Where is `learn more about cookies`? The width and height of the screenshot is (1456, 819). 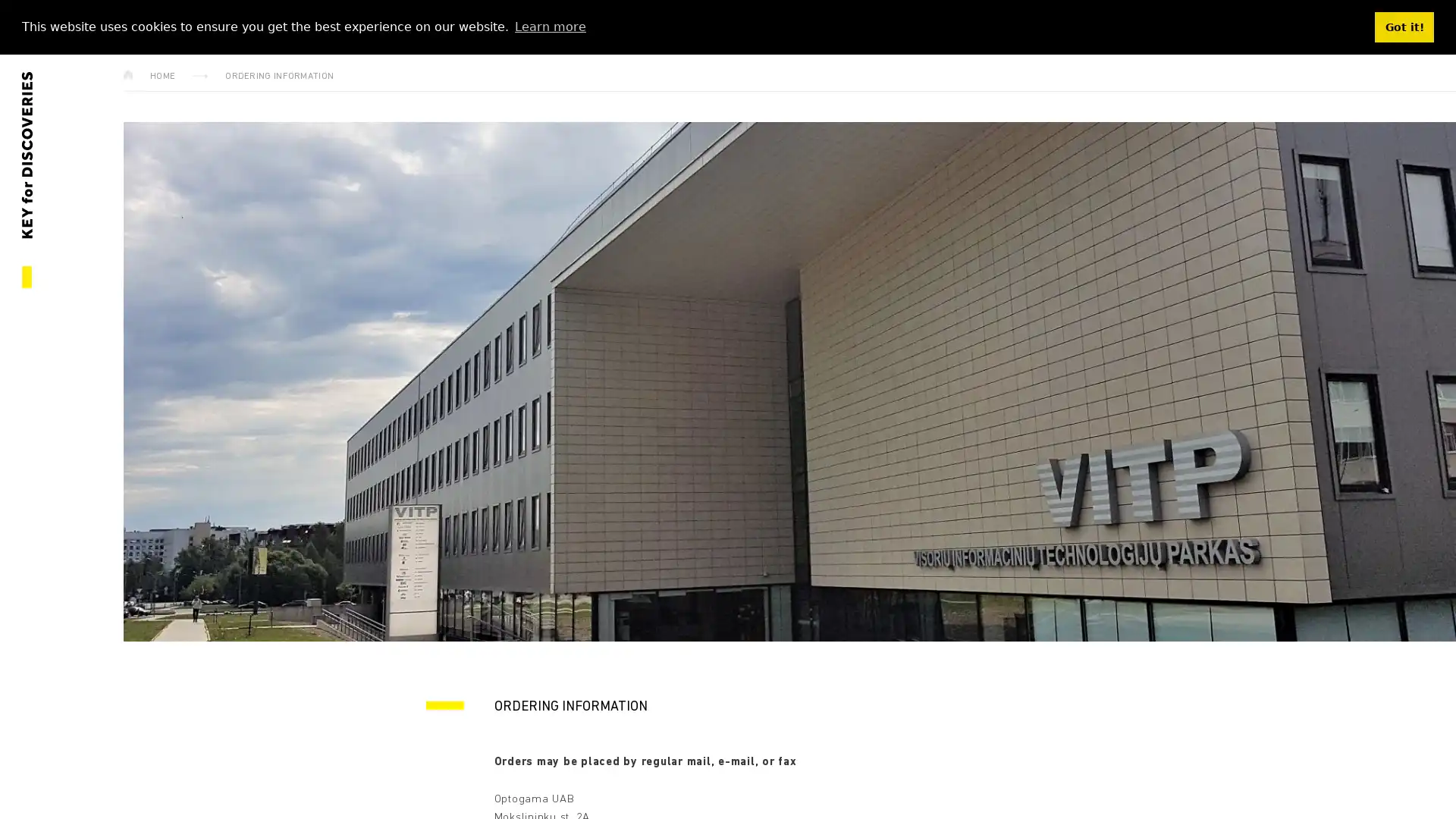
learn more about cookies is located at coordinates (549, 26).